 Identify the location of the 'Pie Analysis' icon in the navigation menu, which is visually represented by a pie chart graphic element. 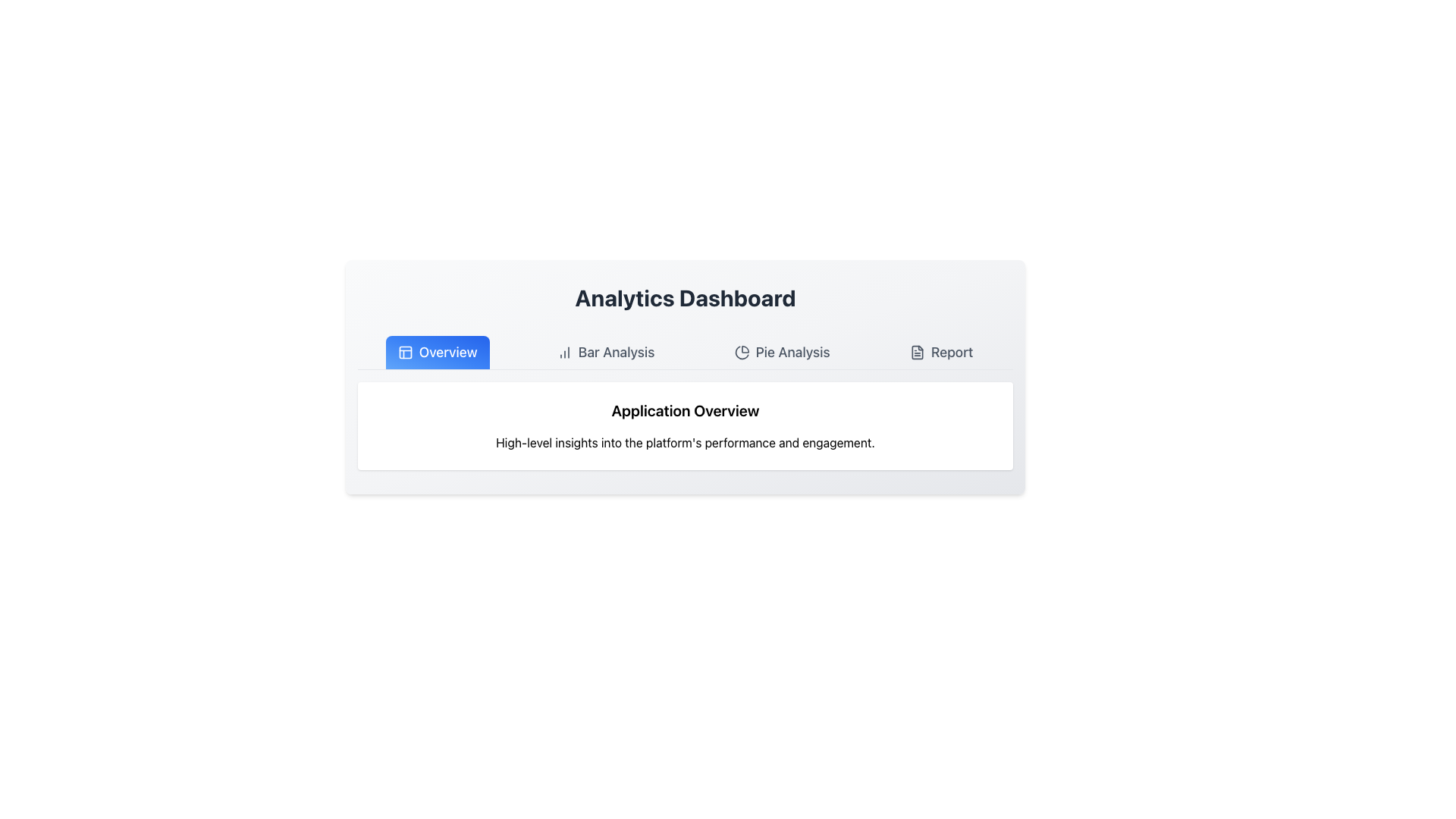
(742, 353).